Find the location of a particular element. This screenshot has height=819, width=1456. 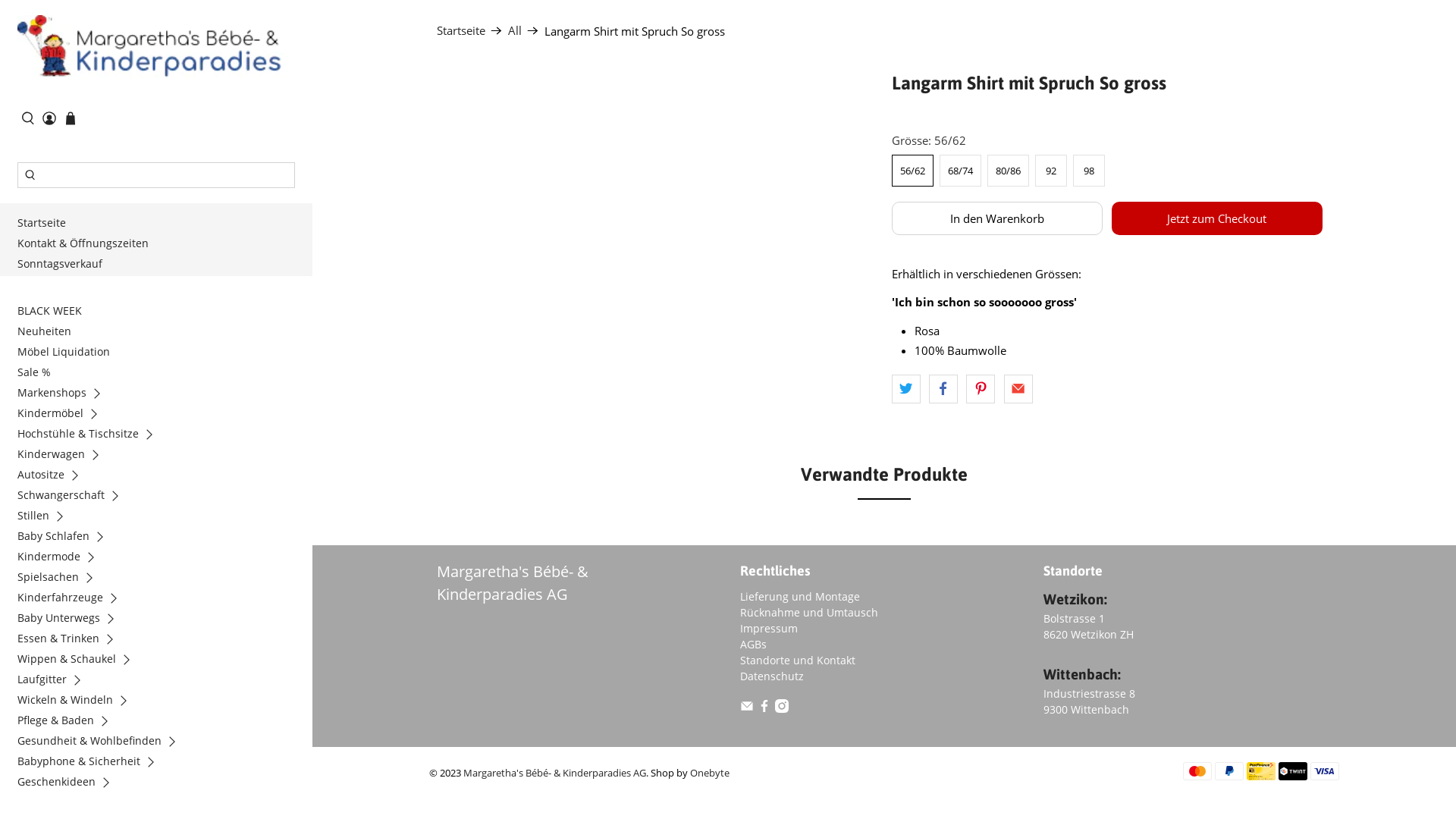

'Bolstrasse 1 is located at coordinates (1087, 626).